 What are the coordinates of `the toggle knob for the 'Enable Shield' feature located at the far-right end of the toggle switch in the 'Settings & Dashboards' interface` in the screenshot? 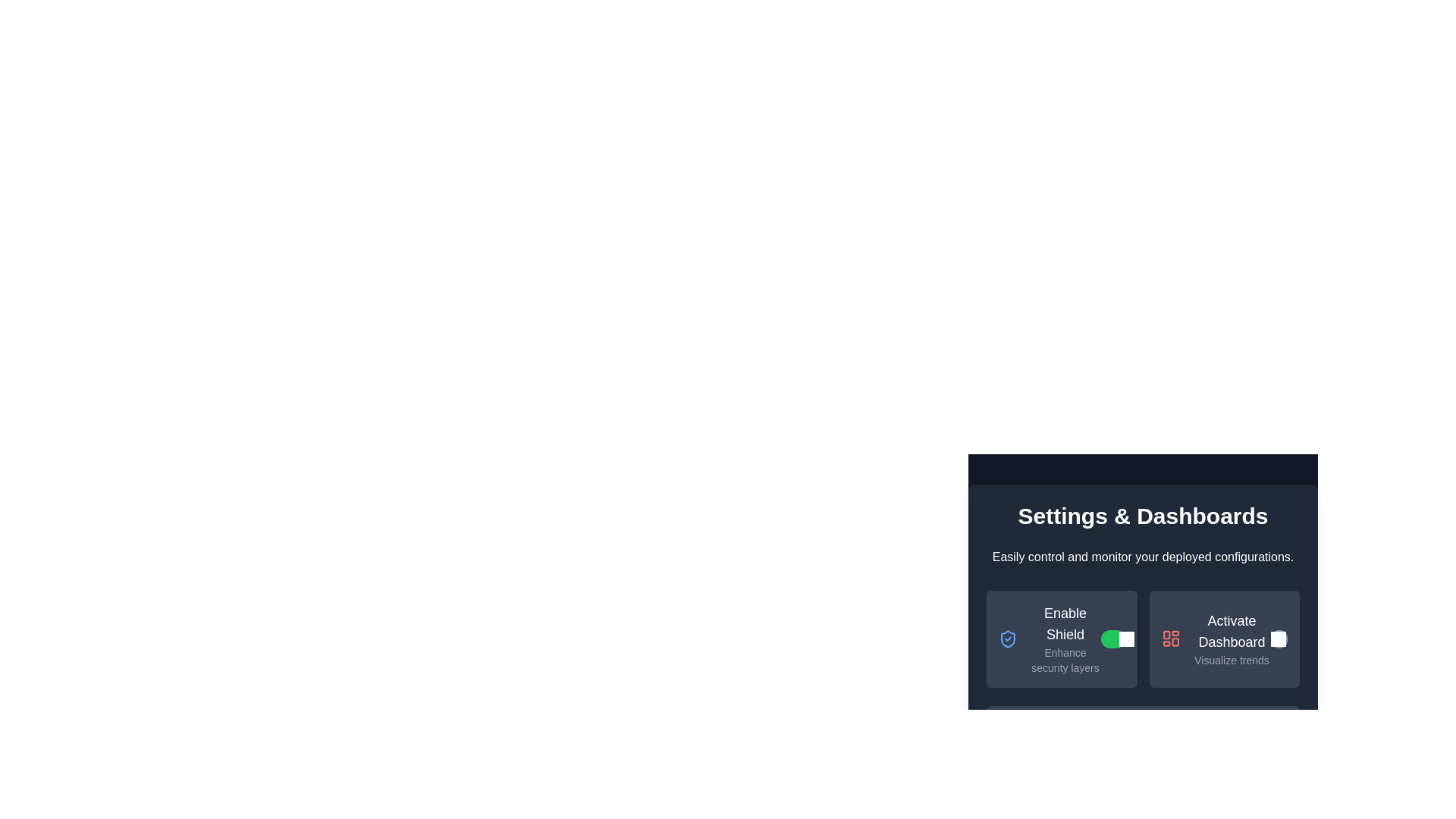 It's located at (1126, 639).